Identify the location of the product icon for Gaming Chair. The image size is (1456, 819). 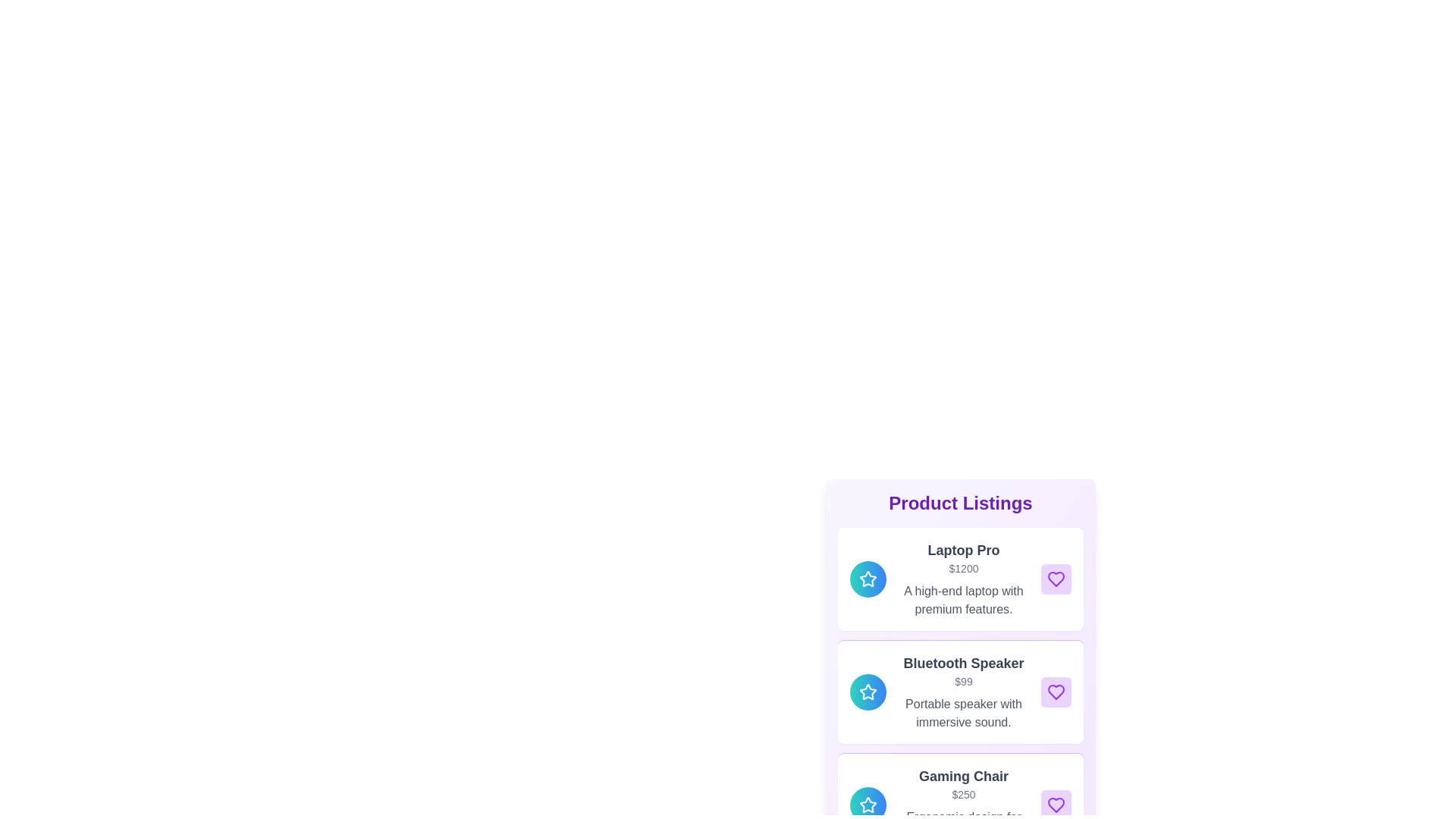
(868, 804).